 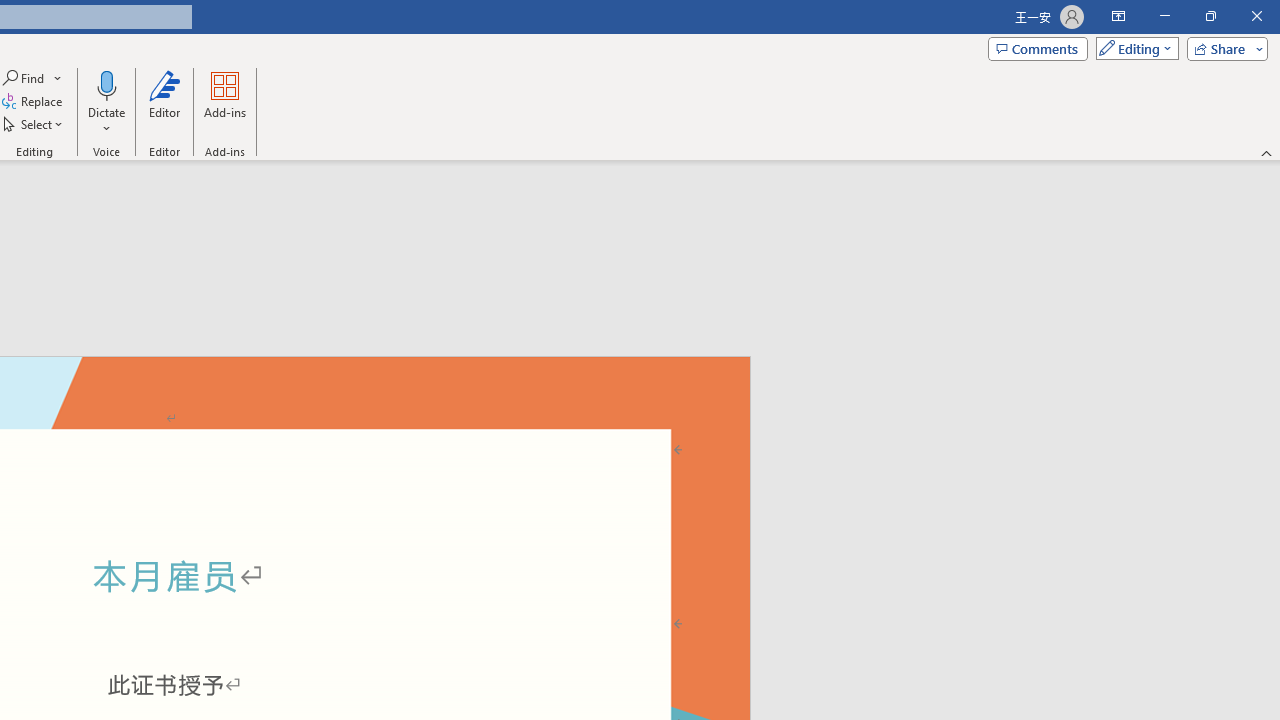 What do you see at coordinates (1222, 47) in the screenshot?
I see `'Share'` at bounding box center [1222, 47].